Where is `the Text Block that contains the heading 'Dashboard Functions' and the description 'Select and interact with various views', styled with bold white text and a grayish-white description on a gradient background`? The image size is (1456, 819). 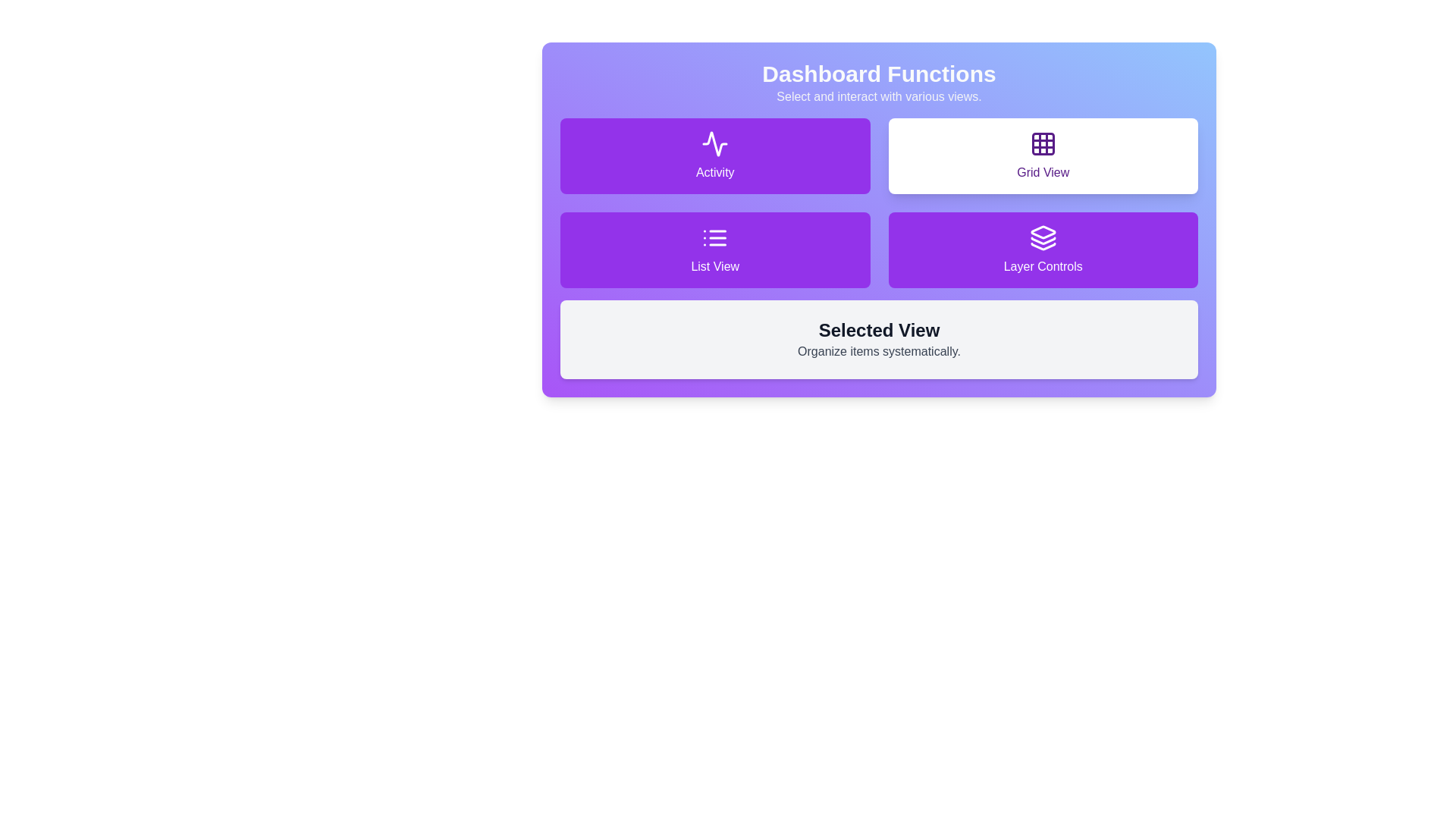
the Text Block that contains the heading 'Dashboard Functions' and the description 'Select and interact with various views', styled with bold white text and a grayish-white description on a gradient background is located at coordinates (879, 83).